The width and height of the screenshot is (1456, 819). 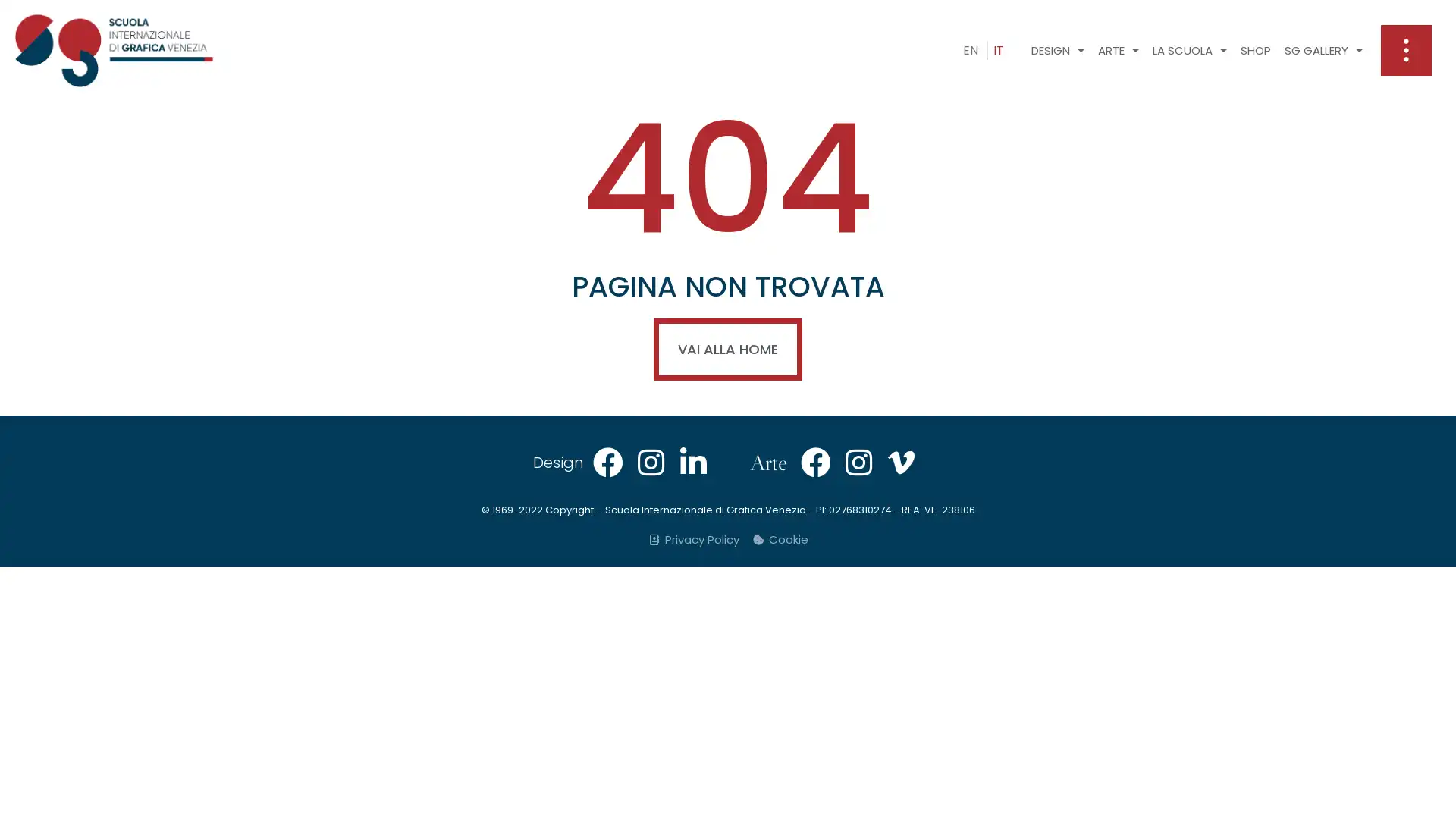 What do you see at coordinates (728, 350) in the screenshot?
I see `VAI ALLA HOME` at bounding box center [728, 350].